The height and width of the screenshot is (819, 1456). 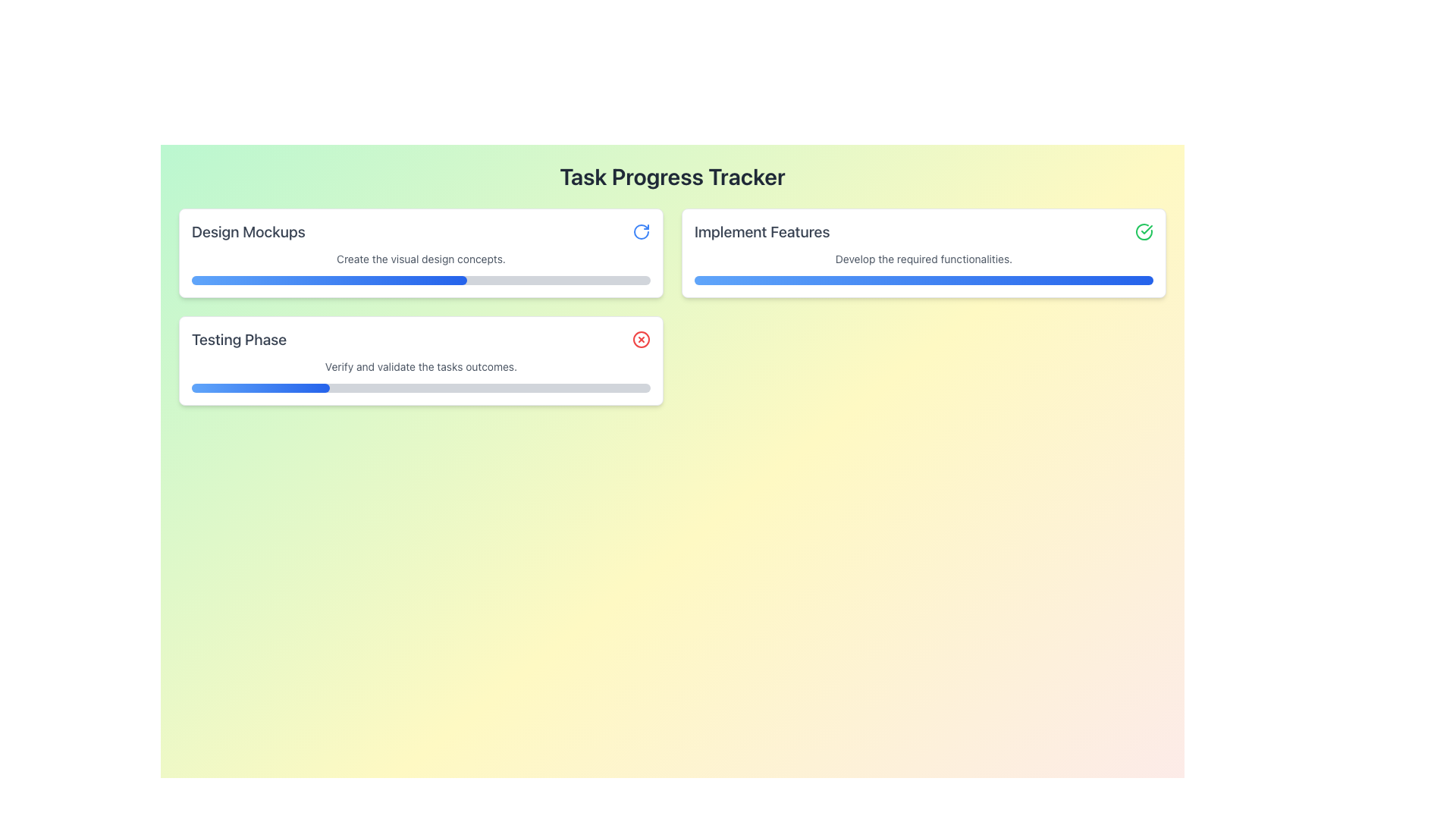 What do you see at coordinates (672, 175) in the screenshot?
I see `the header text element reading 'Task Progress Tracker' located at the top of the central content area` at bounding box center [672, 175].